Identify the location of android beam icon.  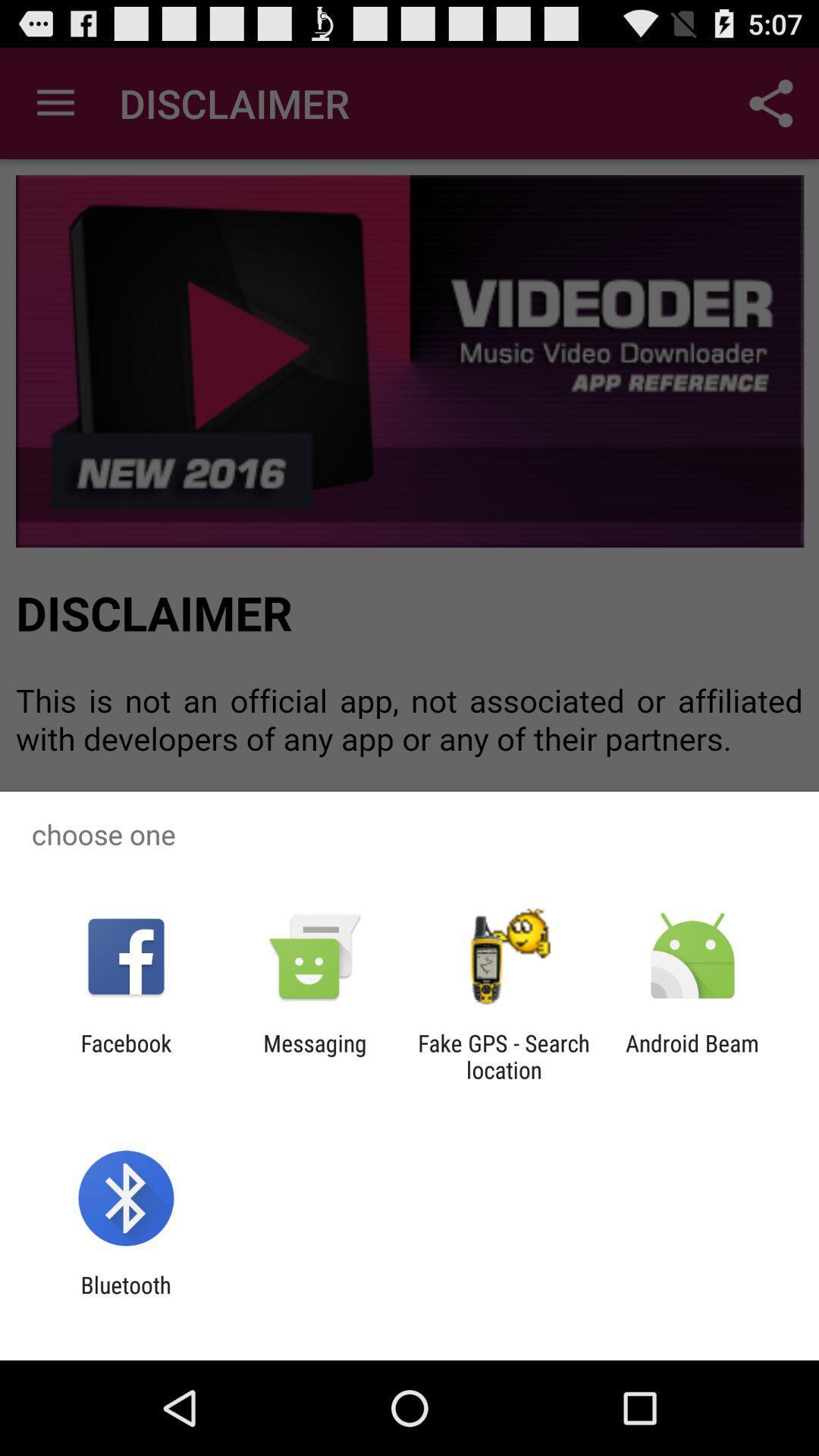
(692, 1056).